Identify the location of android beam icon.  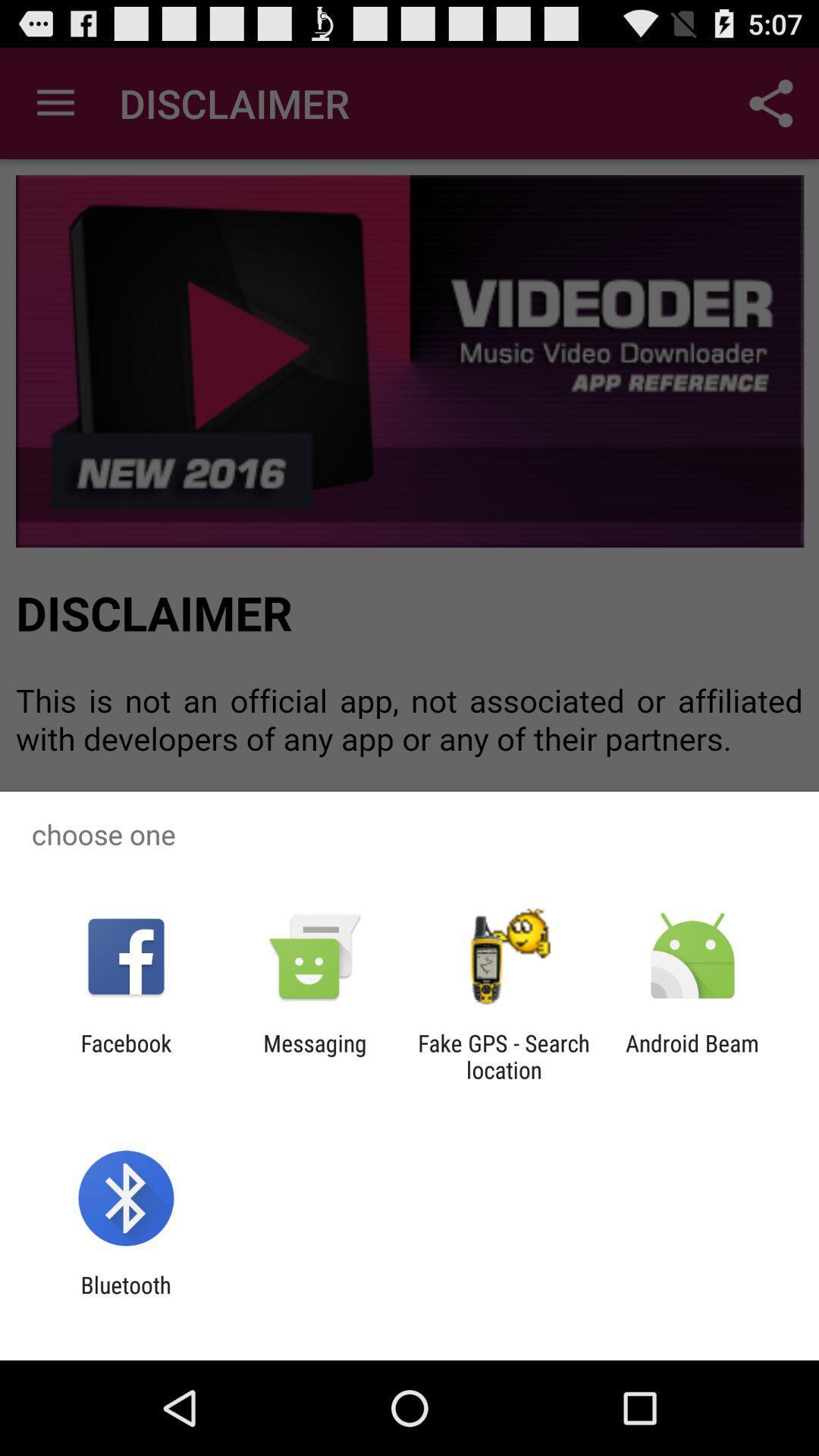
(692, 1056).